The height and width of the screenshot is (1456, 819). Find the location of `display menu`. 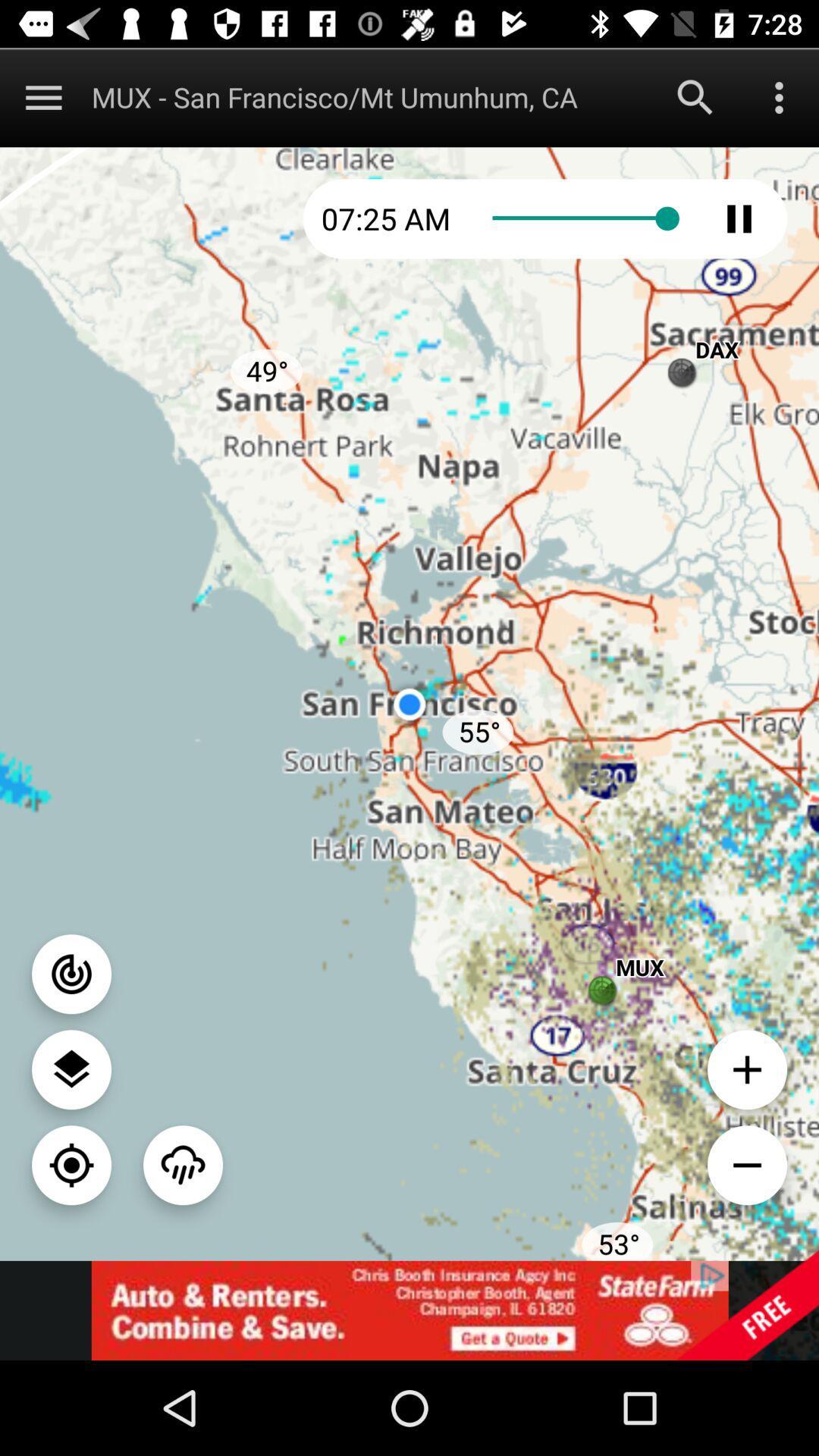

display menu is located at coordinates (42, 96).